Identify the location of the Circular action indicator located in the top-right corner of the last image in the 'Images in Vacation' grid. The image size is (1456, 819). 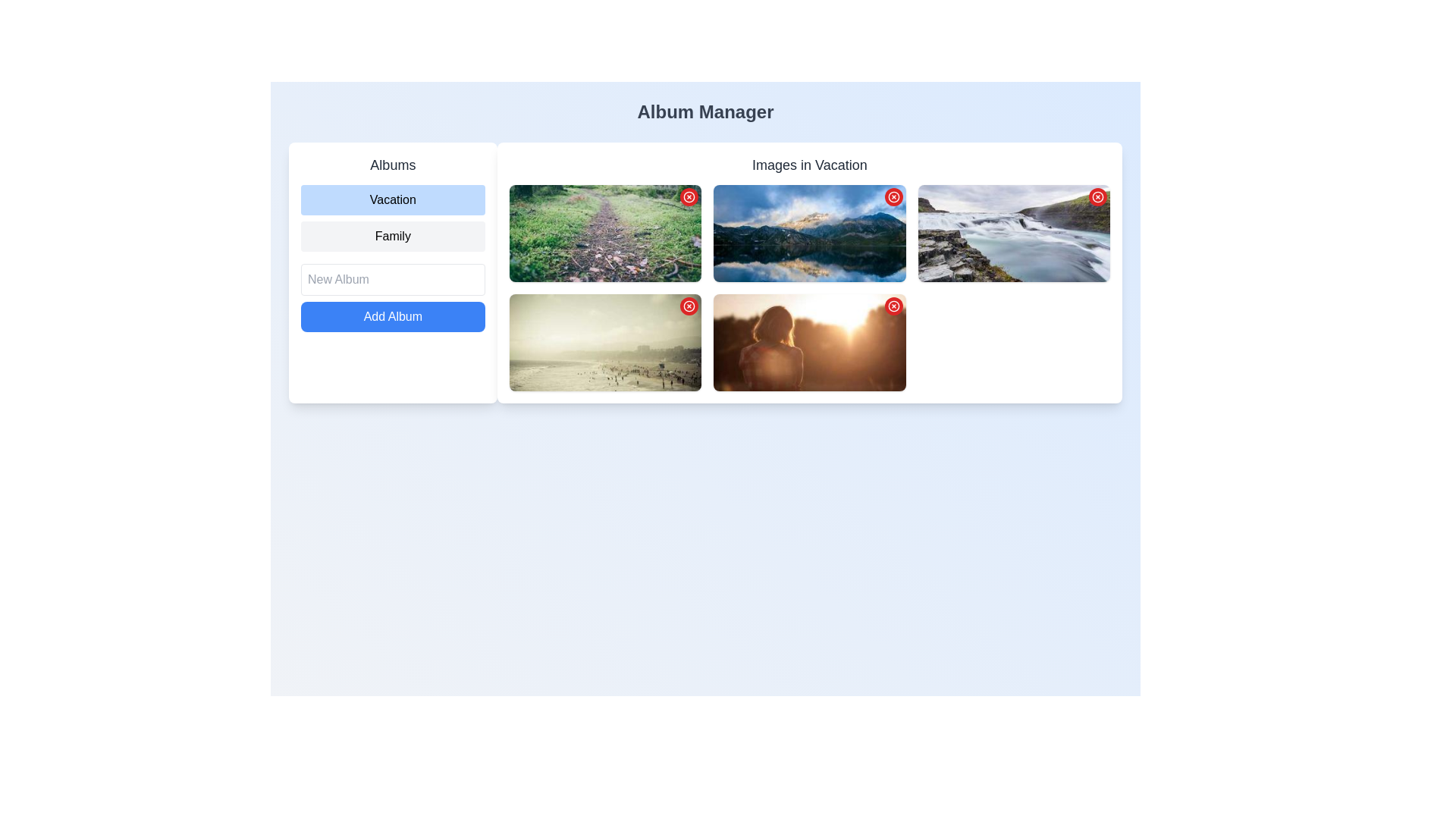
(893, 306).